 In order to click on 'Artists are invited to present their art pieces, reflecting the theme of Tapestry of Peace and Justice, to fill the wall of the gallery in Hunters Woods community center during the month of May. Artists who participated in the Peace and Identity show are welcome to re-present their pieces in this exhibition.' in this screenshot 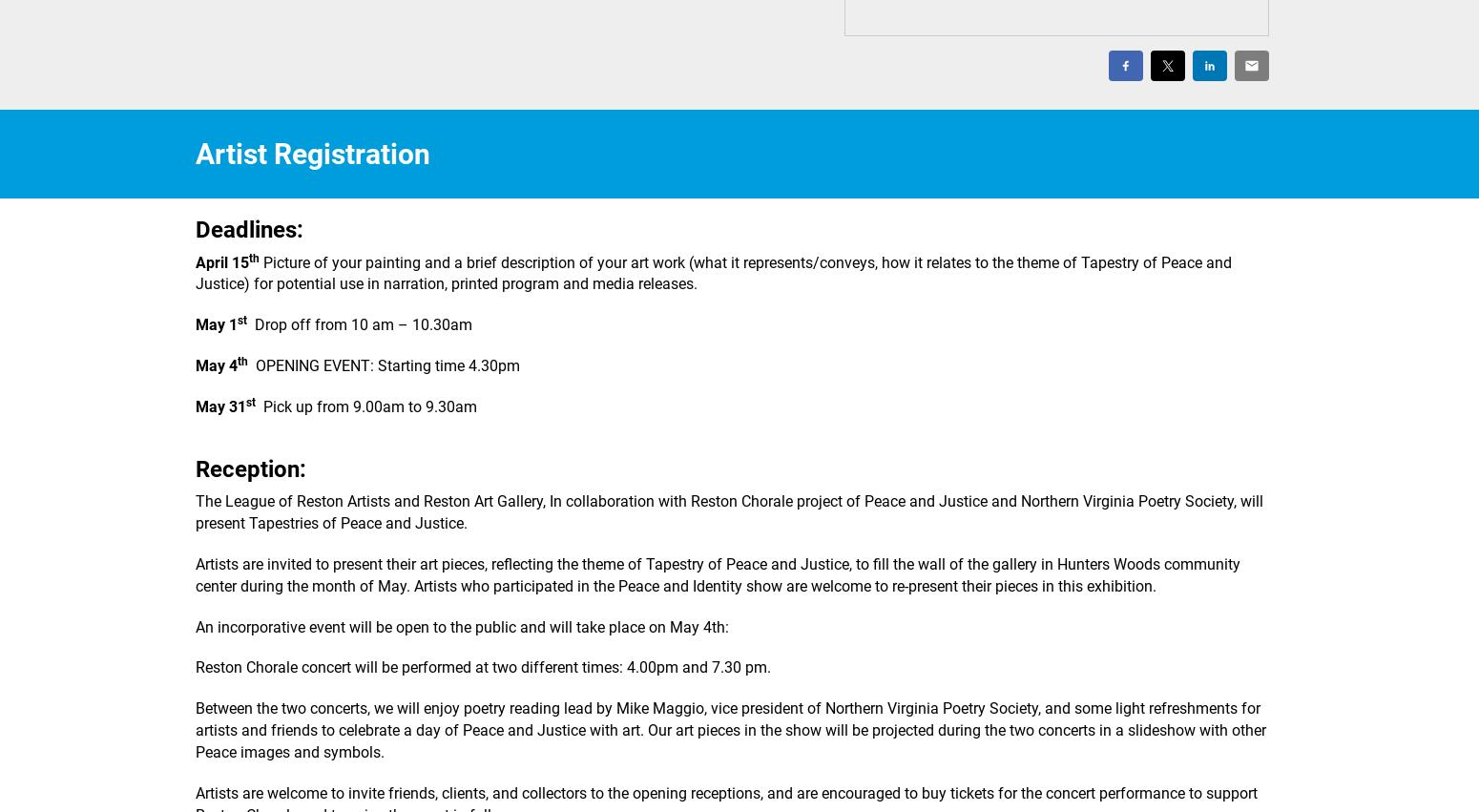, I will do `click(718, 573)`.